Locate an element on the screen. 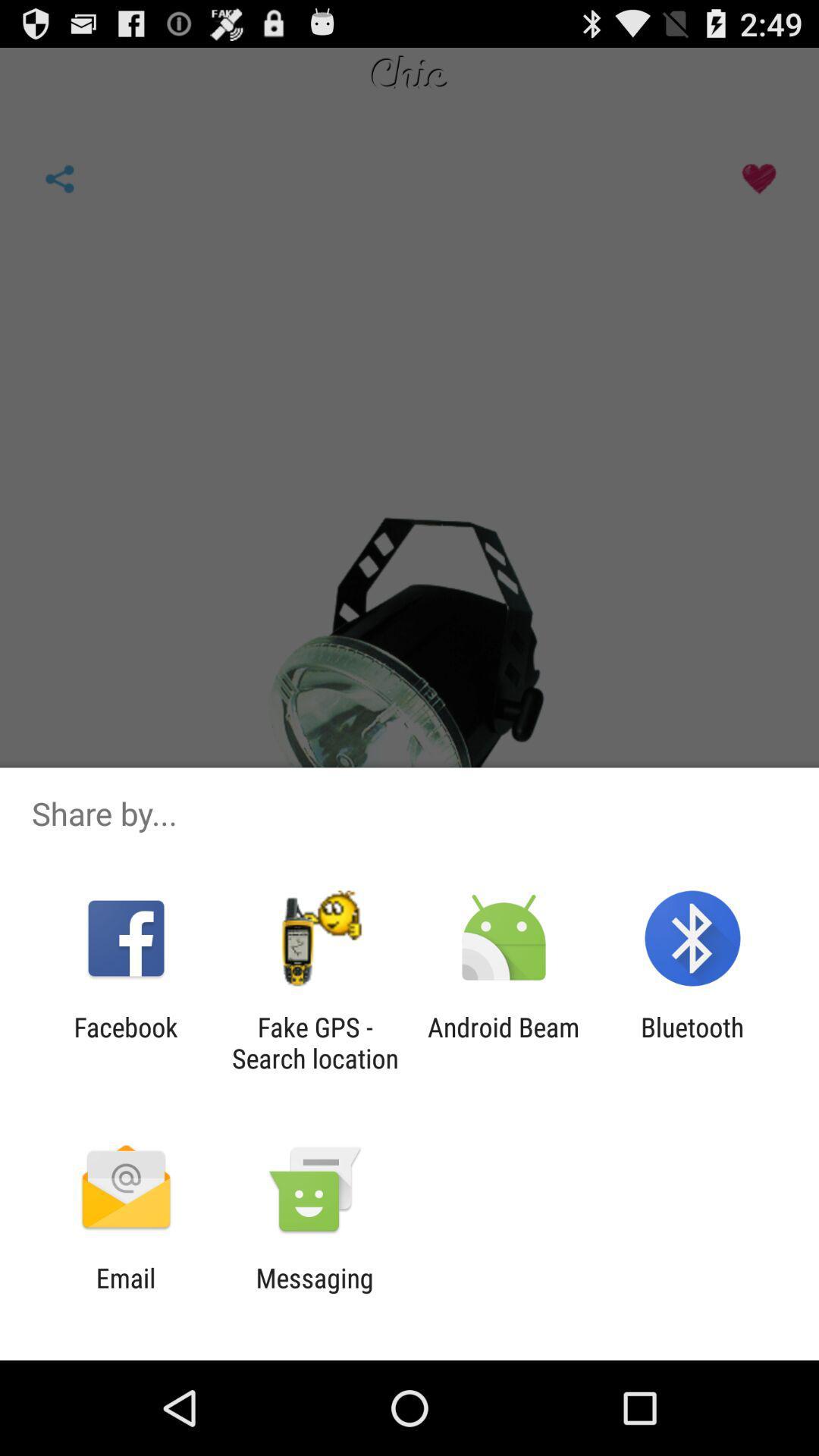 The width and height of the screenshot is (819, 1456). the item next to the fake gps search item is located at coordinates (504, 1042).